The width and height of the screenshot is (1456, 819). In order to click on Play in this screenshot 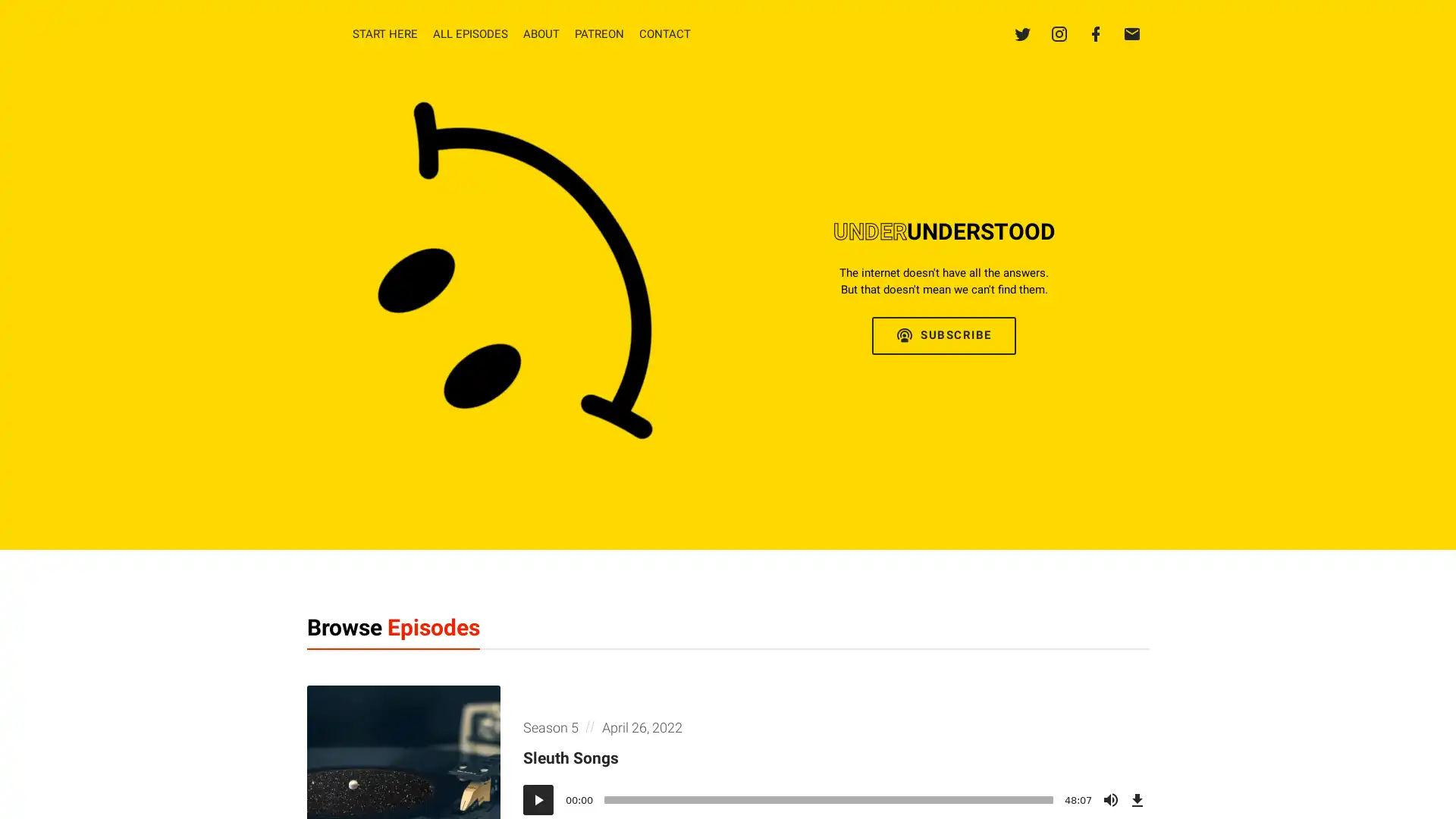, I will do `click(538, 798)`.